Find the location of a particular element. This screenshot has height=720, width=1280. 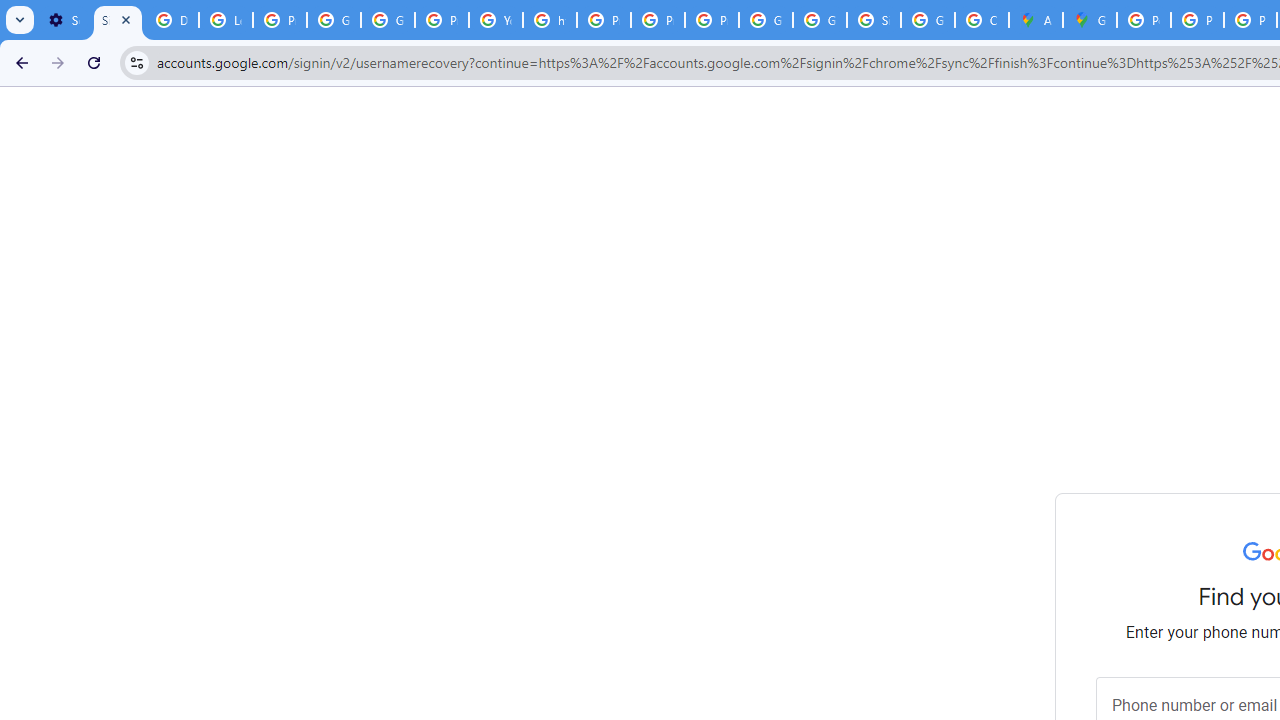

'Delete photos & videos - Computer - Google Photos Help' is located at coordinates (171, 20).